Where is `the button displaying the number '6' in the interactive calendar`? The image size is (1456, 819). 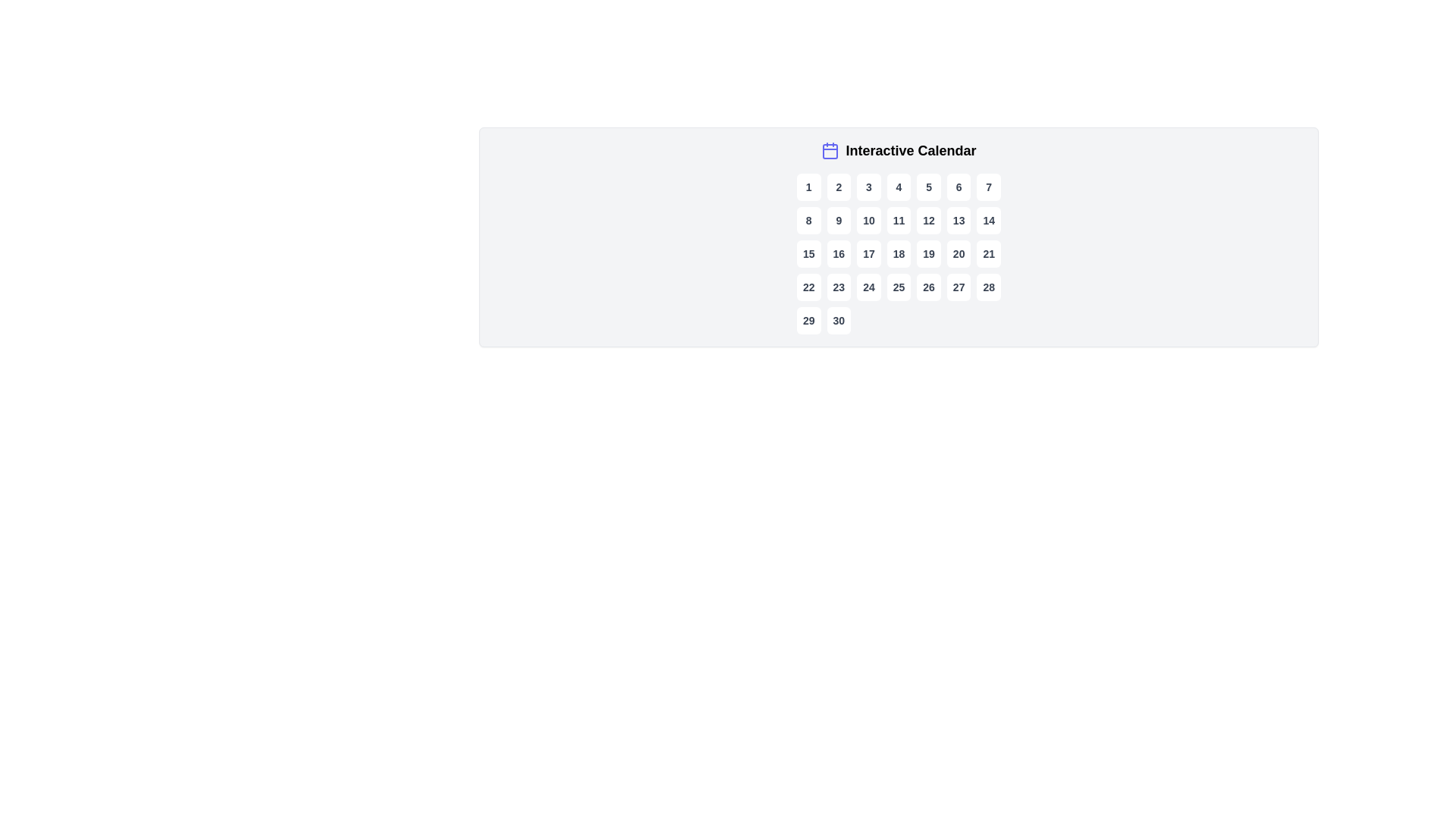 the button displaying the number '6' in the interactive calendar is located at coordinates (958, 186).